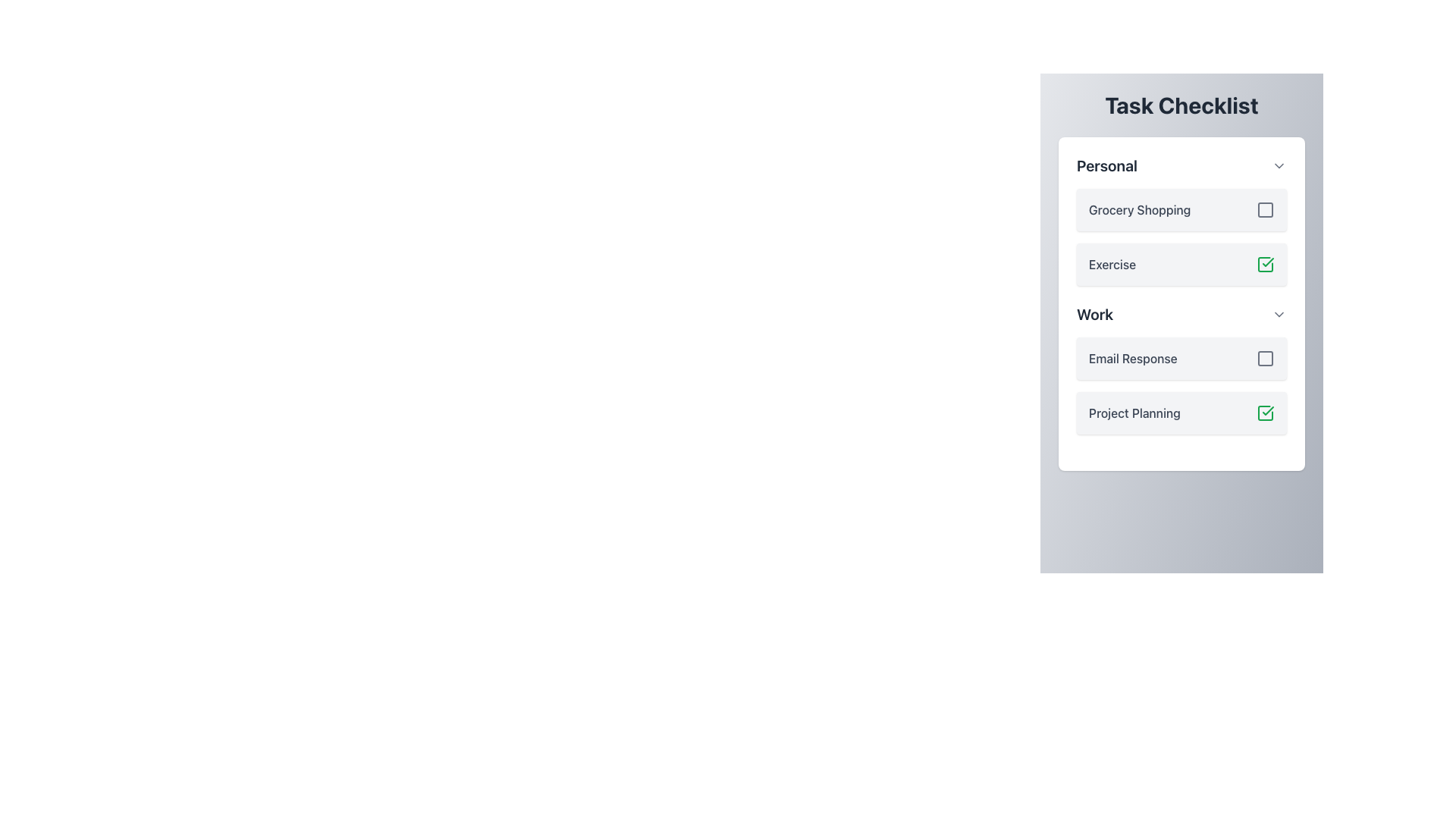 The width and height of the screenshot is (1456, 819). I want to click on the checkbox located on the far-right side of the 'Project Planning' row in the checklist, so click(1266, 413).